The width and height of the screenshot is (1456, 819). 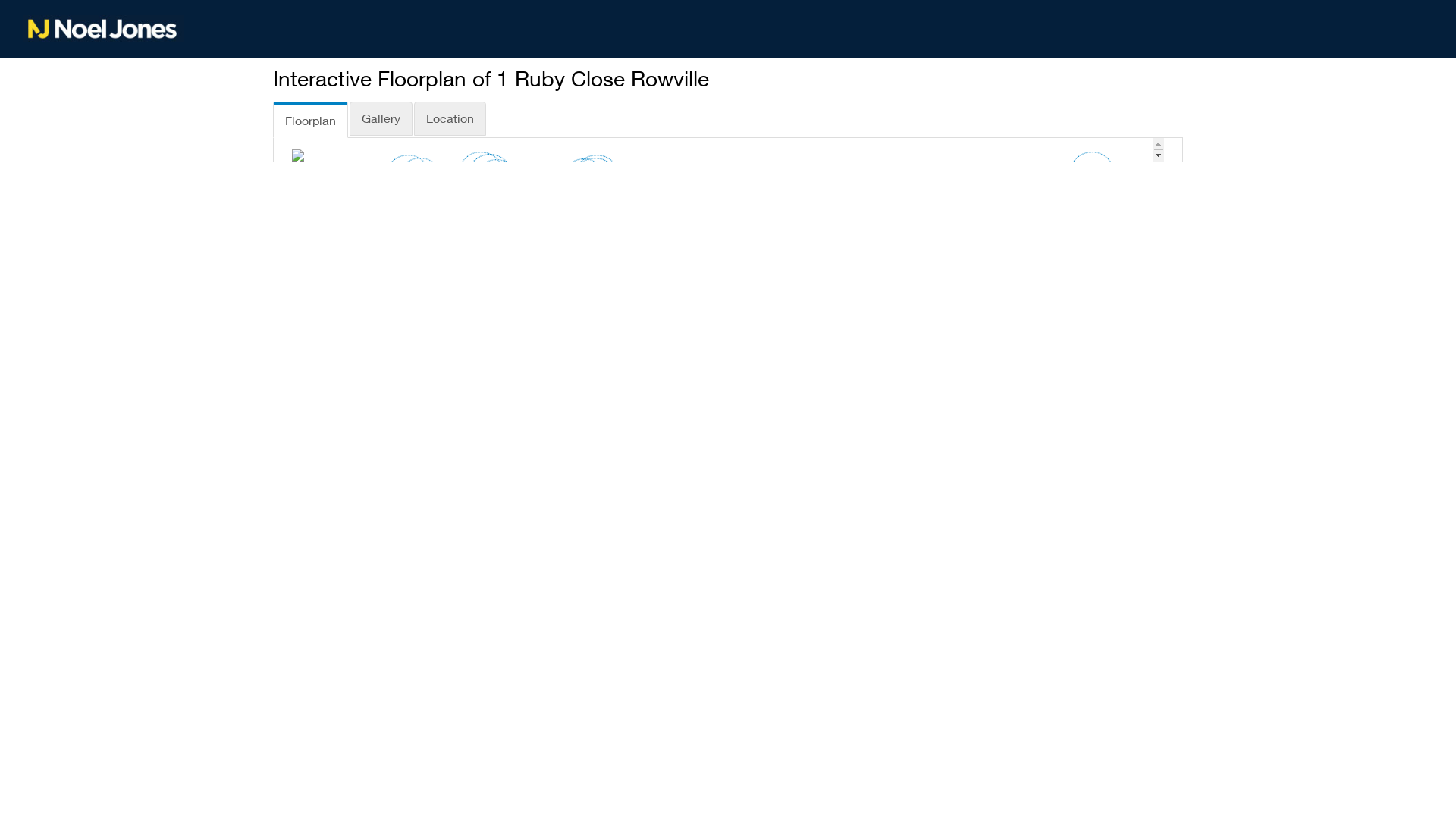 I want to click on 'Gallery', so click(x=381, y=118).